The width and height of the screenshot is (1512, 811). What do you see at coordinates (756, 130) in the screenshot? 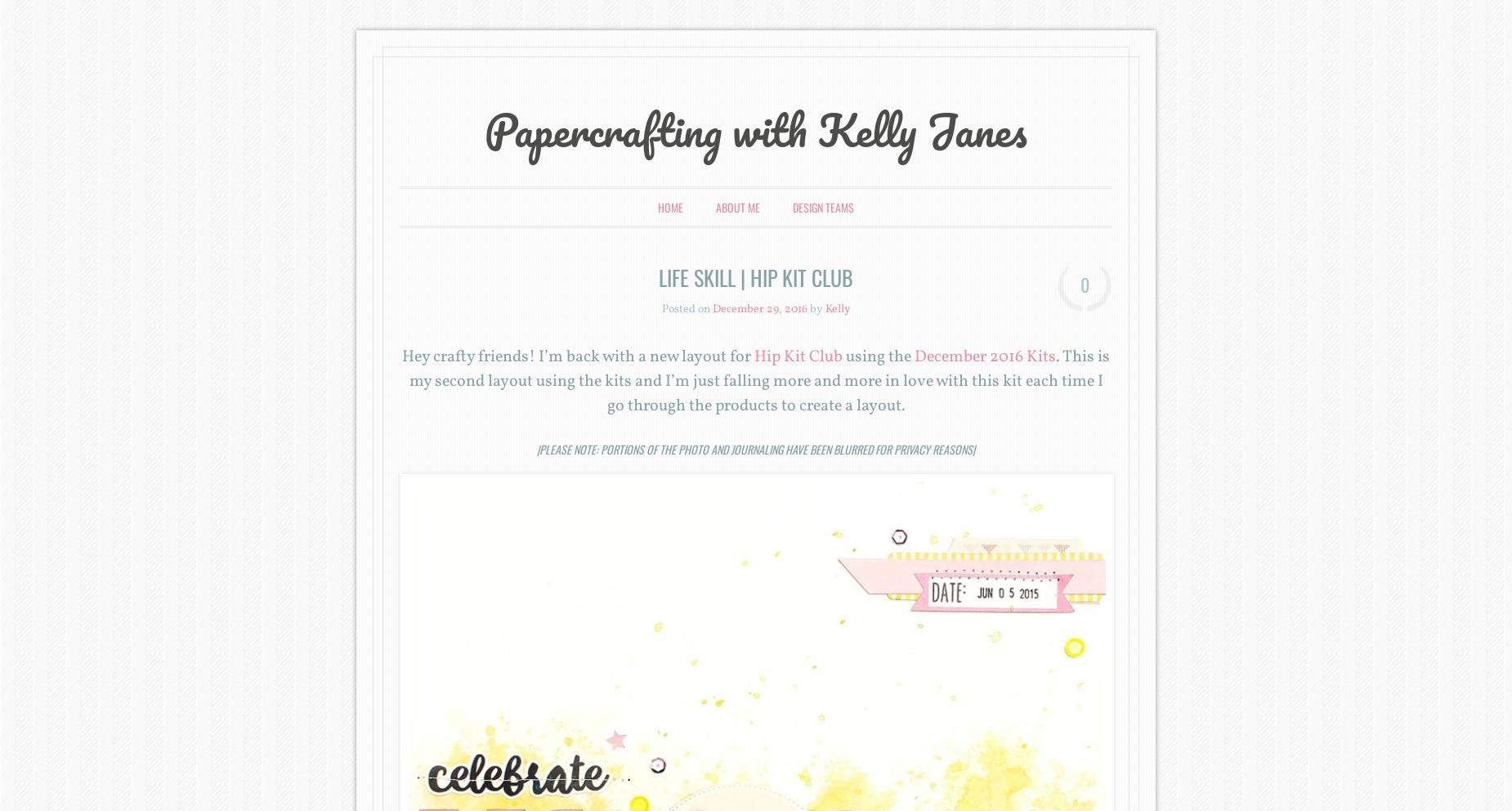
I see `'Papercrafting with Kelly Janes'` at bounding box center [756, 130].